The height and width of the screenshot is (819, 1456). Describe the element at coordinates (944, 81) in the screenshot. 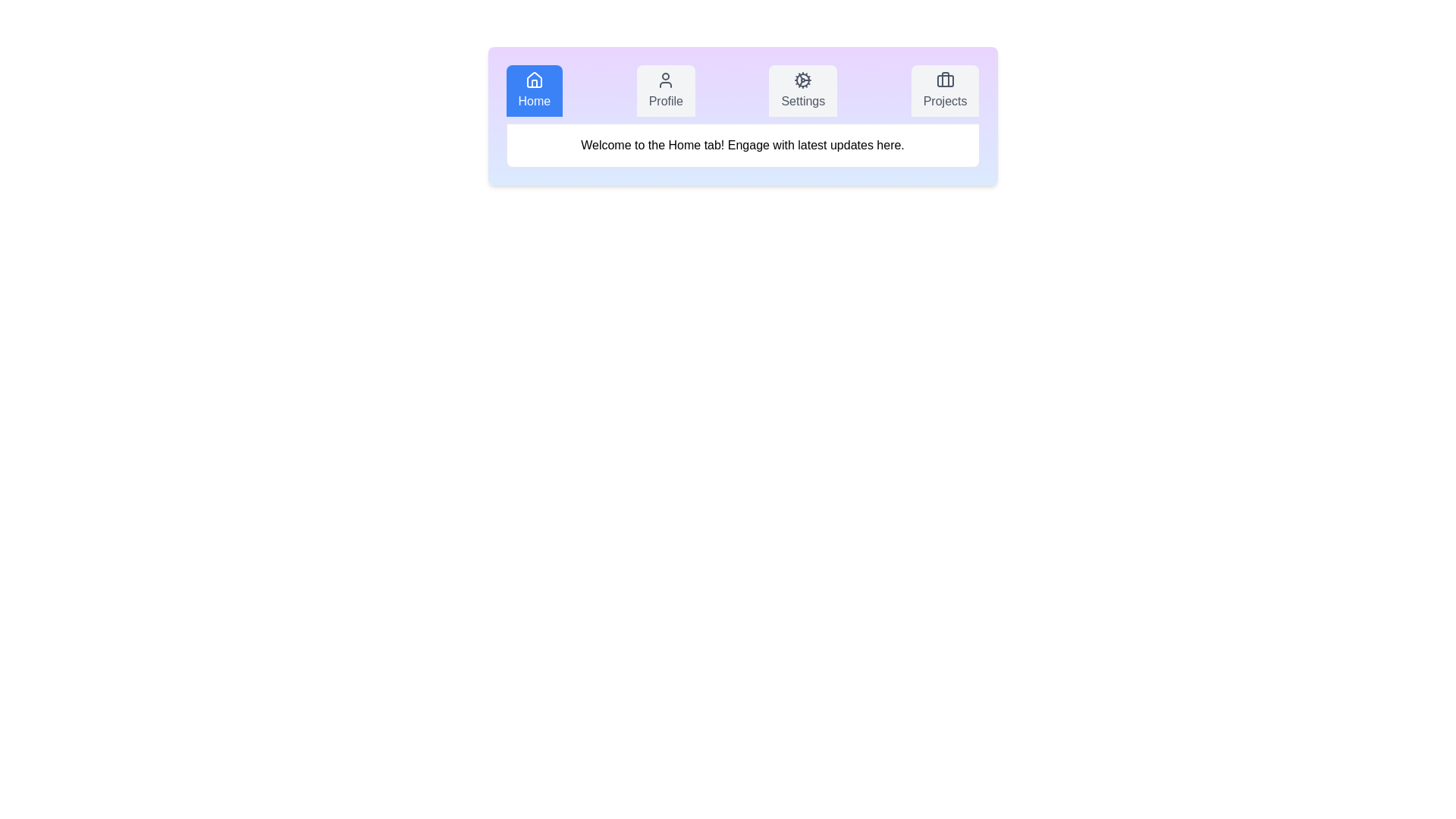

I see `SVG rectangle element that forms the bottom half of the briefcase icon within the Projects section of the navigation bar` at that location.